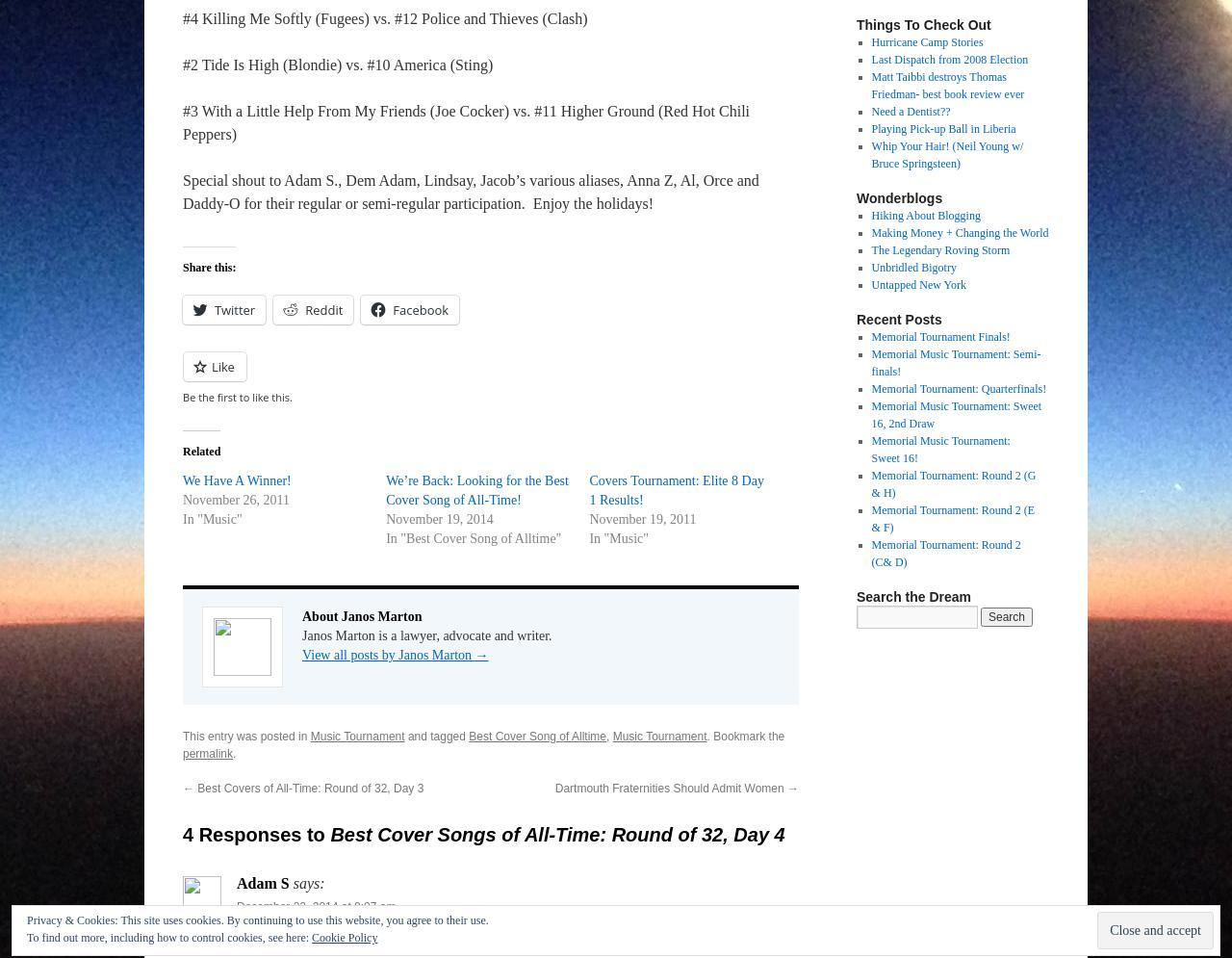 The height and width of the screenshot is (958, 1232). Describe the element at coordinates (233, 753) in the screenshot. I see `'.'` at that location.